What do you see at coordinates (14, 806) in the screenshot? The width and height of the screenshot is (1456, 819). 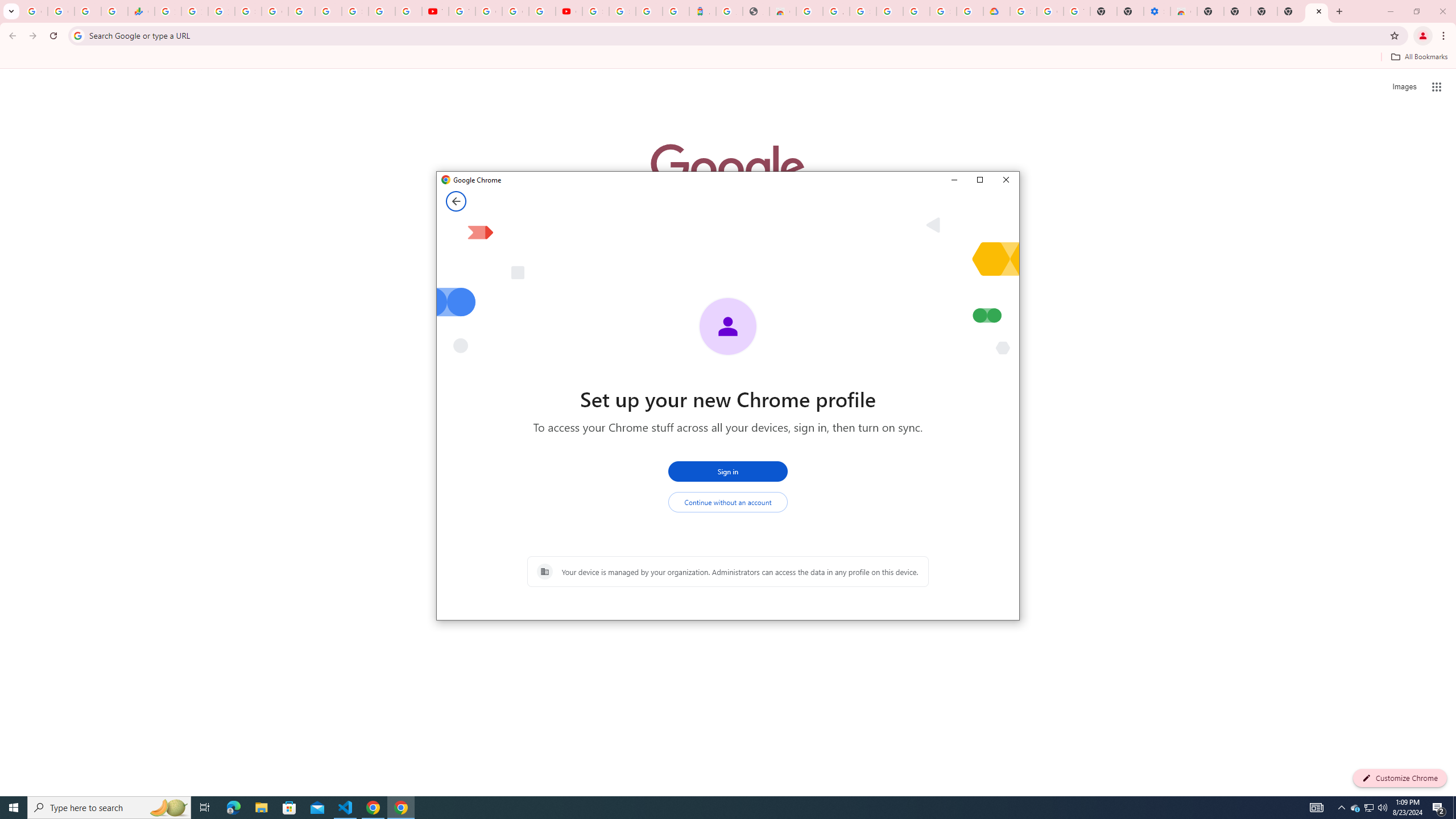 I see `'Start'` at bounding box center [14, 806].